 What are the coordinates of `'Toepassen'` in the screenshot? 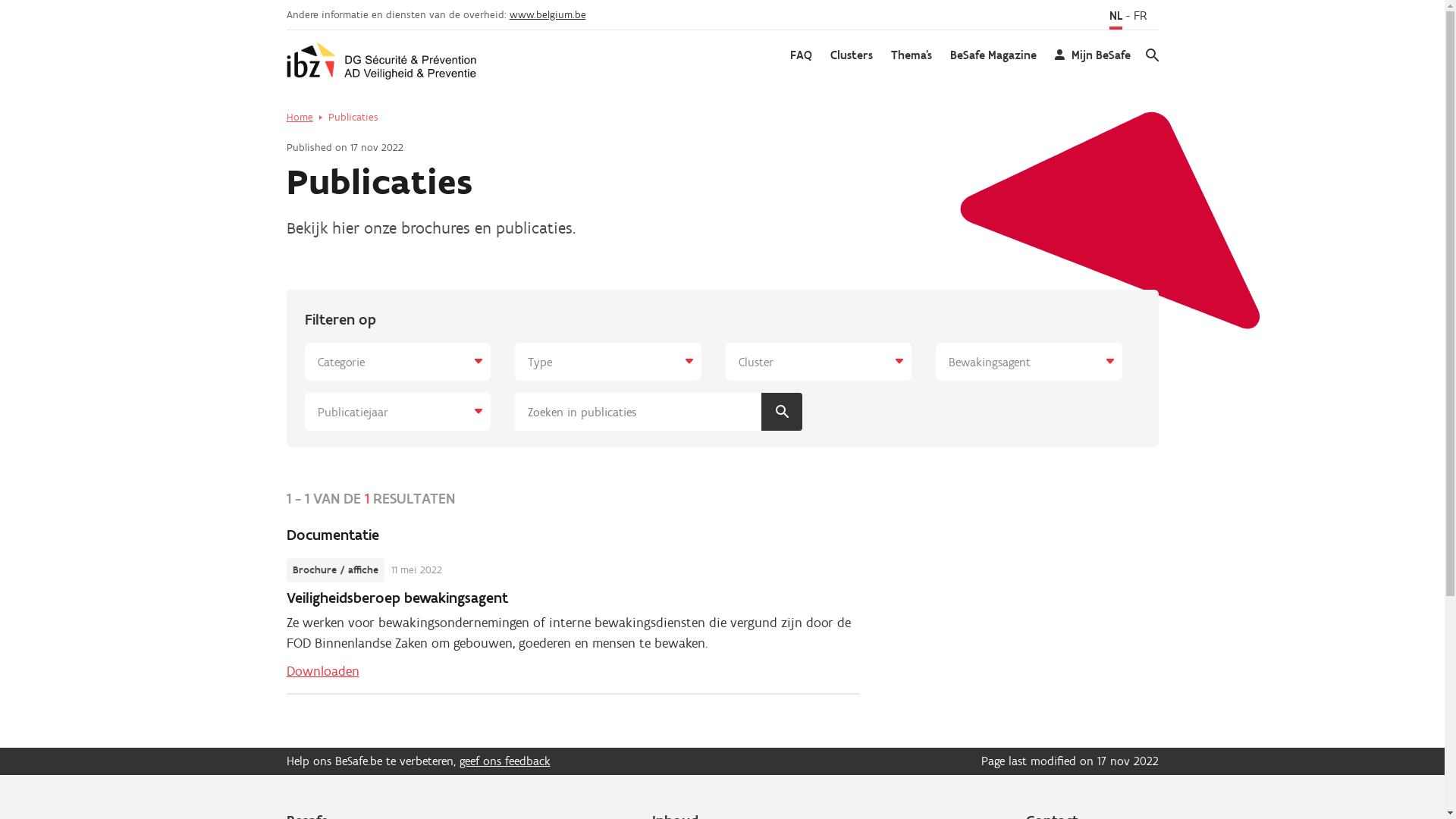 It's located at (782, 412).